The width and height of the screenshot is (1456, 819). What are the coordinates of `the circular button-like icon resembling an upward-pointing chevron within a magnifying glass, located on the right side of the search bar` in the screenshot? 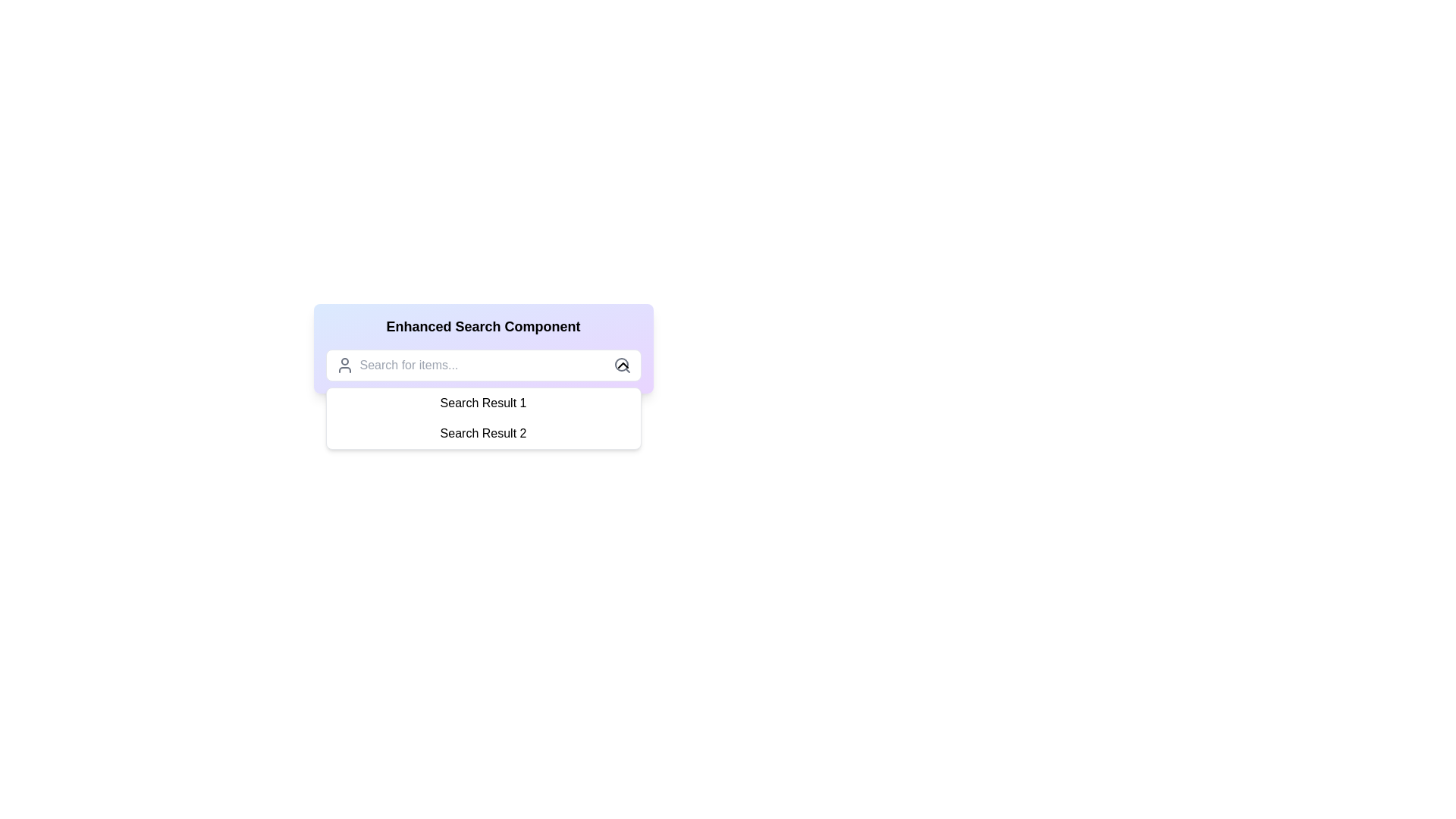 It's located at (623, 366).